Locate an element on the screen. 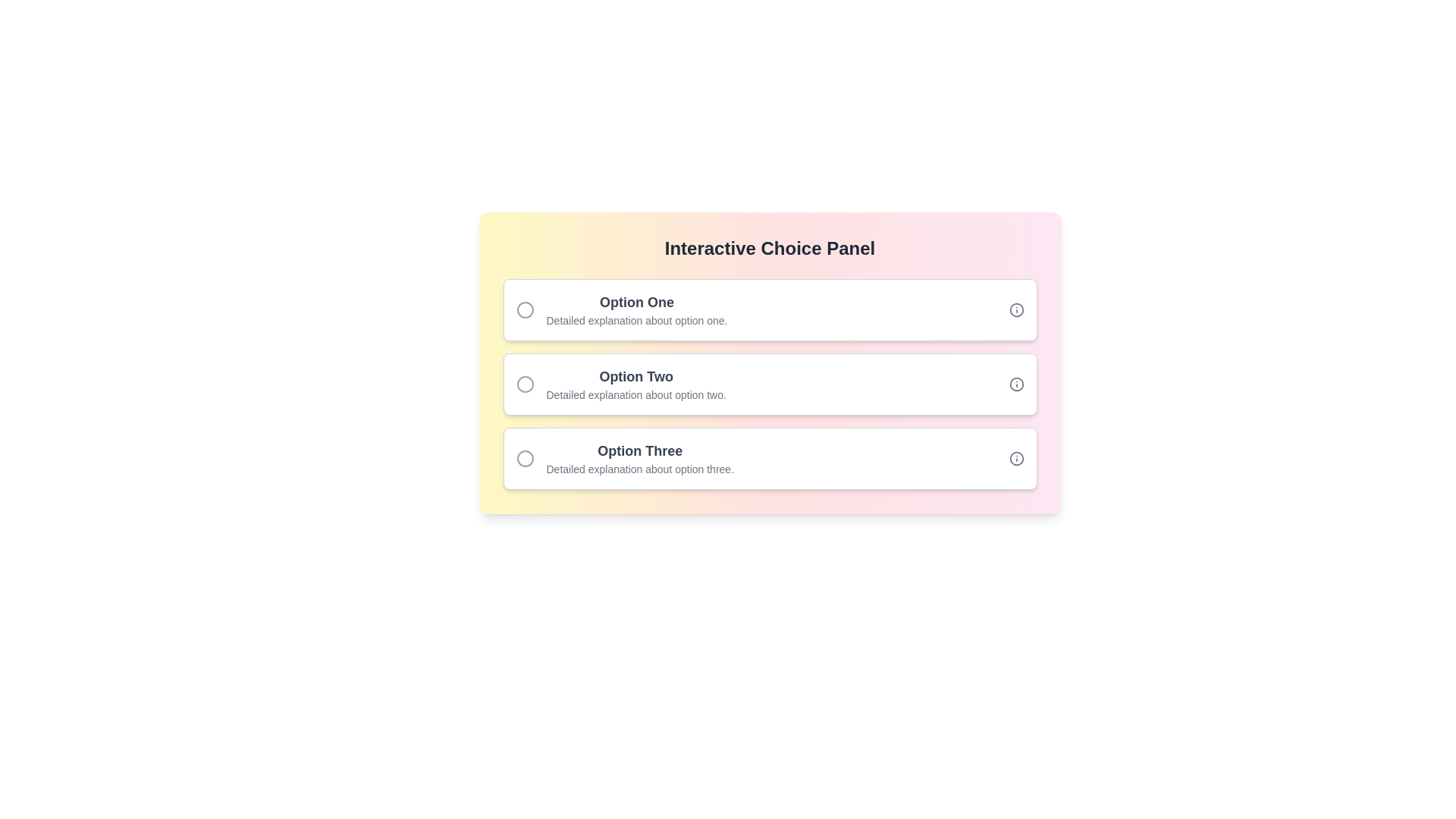  the radio button located to the left of the 'Option Two' box is located at coordinates (531, 383).